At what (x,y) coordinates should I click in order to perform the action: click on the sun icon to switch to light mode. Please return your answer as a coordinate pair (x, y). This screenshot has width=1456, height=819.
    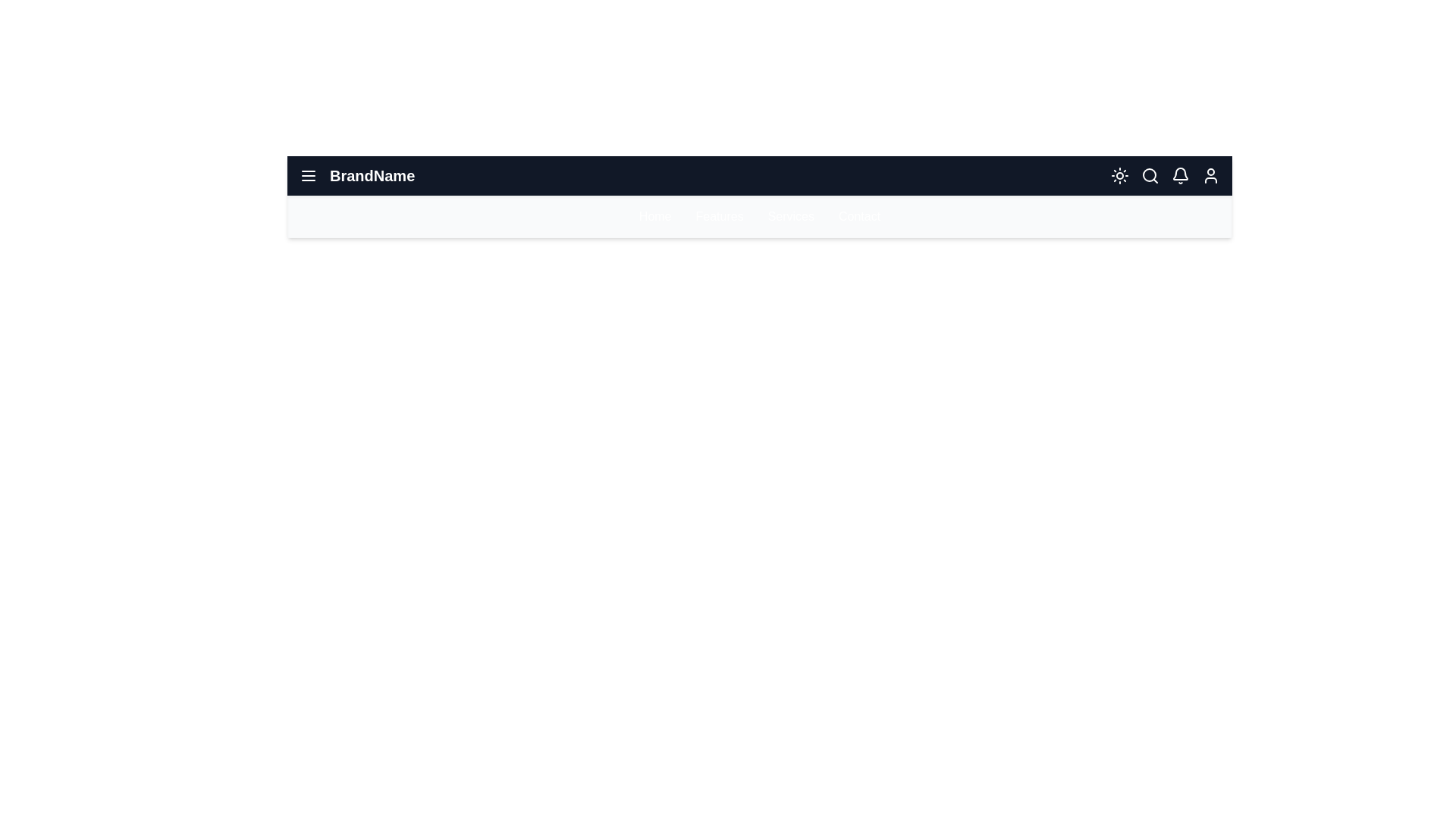
    Looking at the image, I should click on (1120, 174).